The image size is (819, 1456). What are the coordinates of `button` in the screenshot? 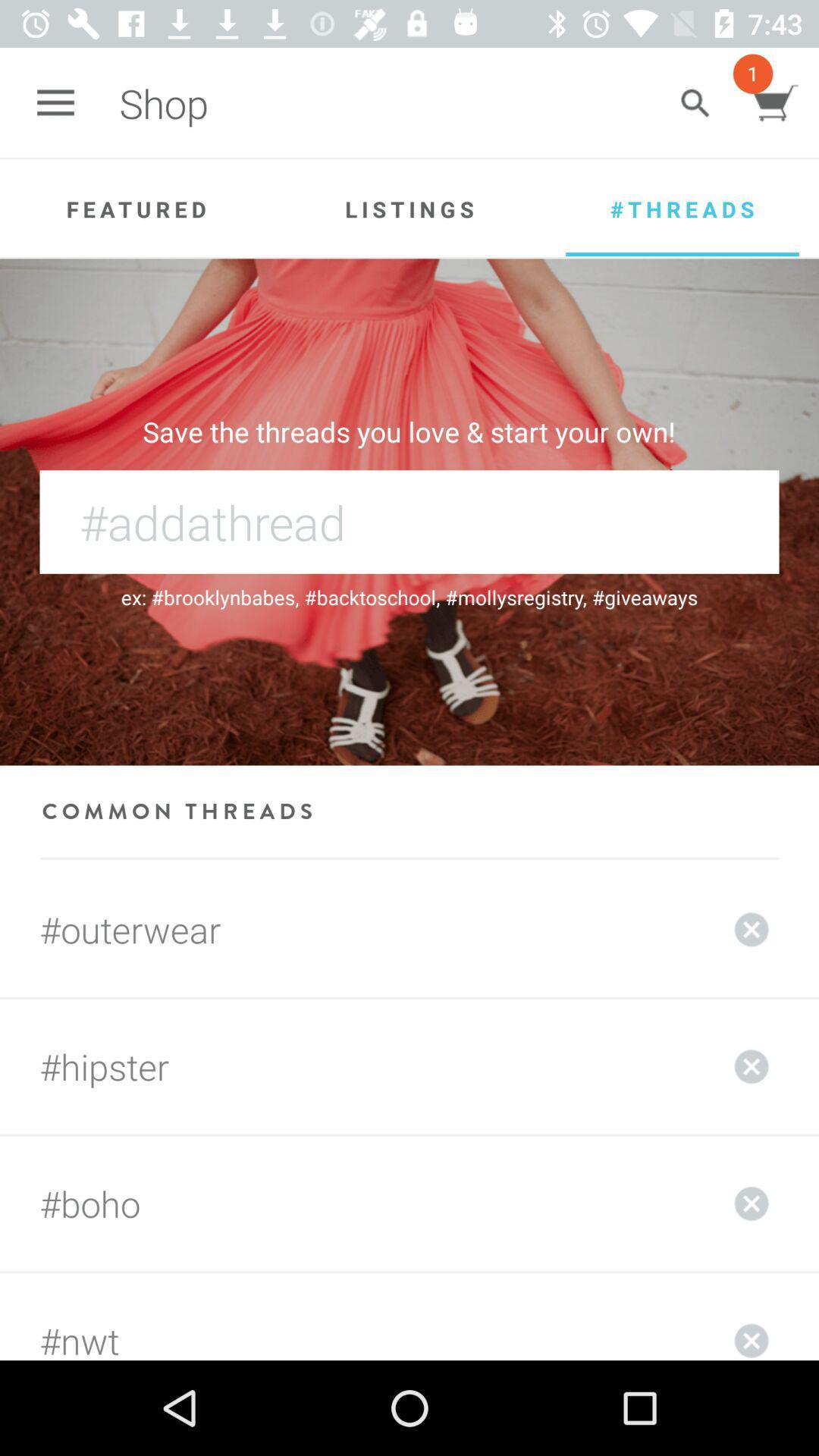 It's located at (752, 1316).